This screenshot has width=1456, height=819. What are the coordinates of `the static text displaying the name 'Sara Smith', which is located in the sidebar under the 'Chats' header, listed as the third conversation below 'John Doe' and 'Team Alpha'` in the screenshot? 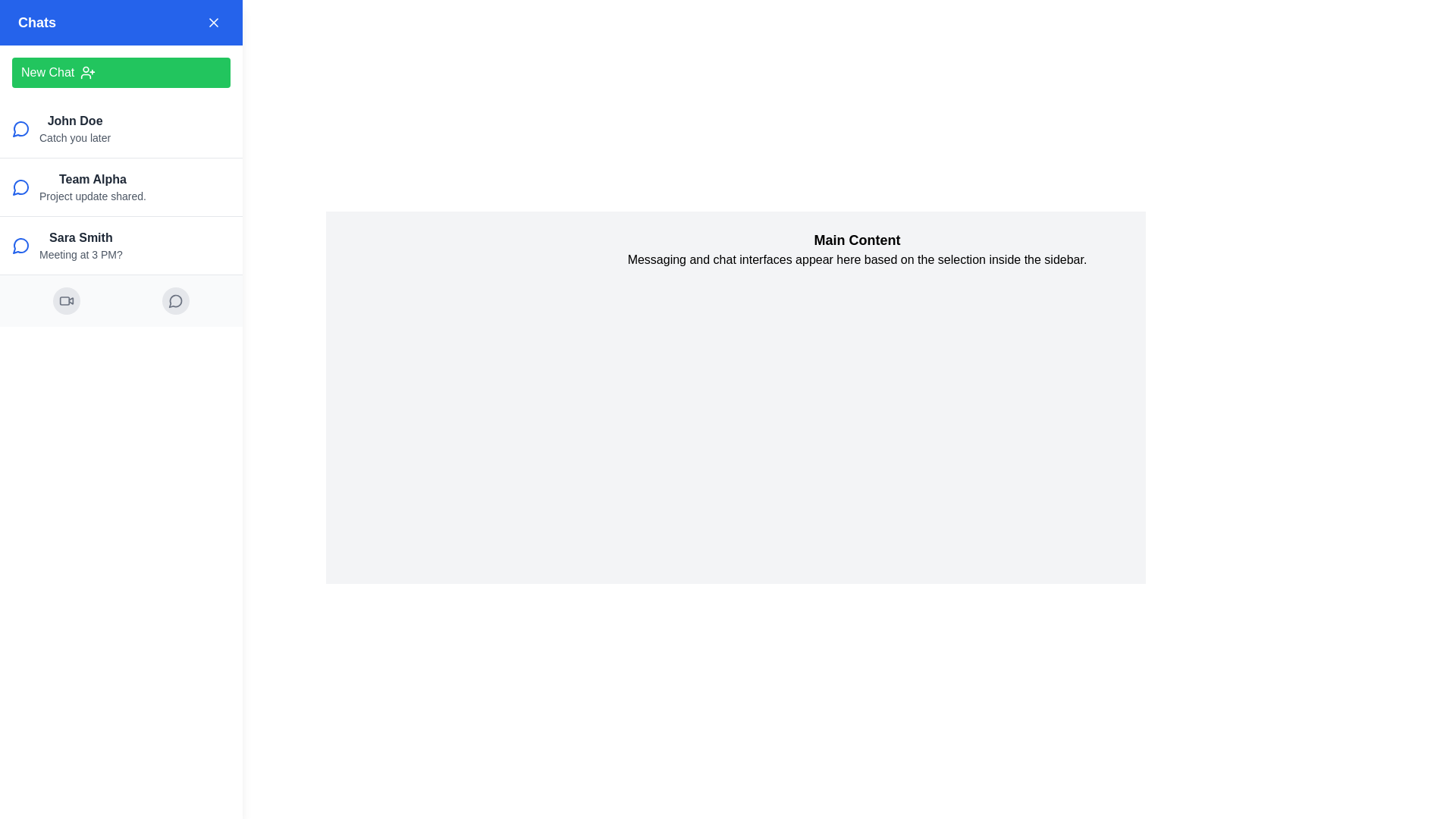 It's located at (80, 237).